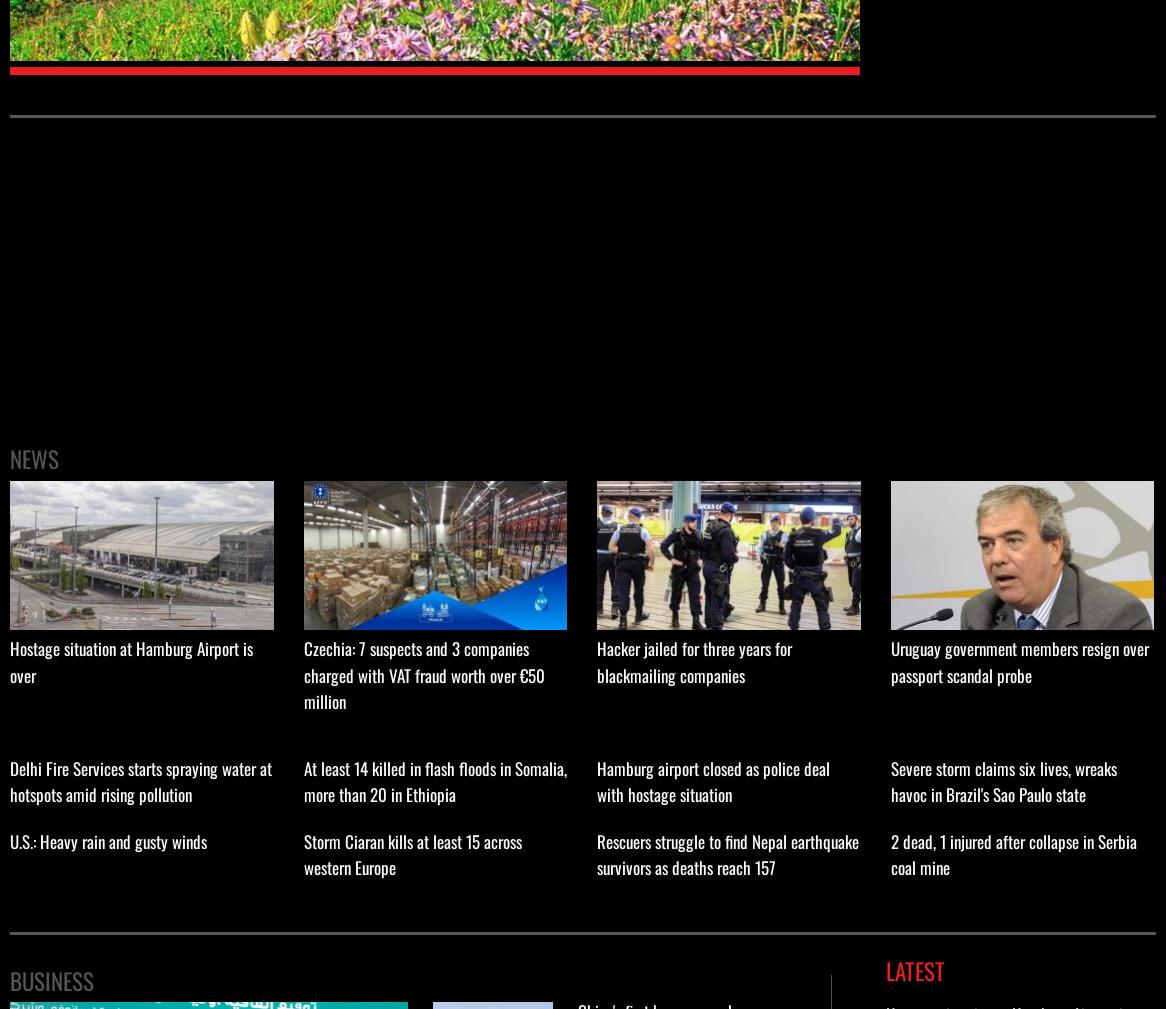  What do you see at coordinates (422, 675) in the screenshot?
I see `'Czechia: 7 suspects and 3 companies charged with VAT fraud worth over €50 million'` at bounding box center [422, 675].